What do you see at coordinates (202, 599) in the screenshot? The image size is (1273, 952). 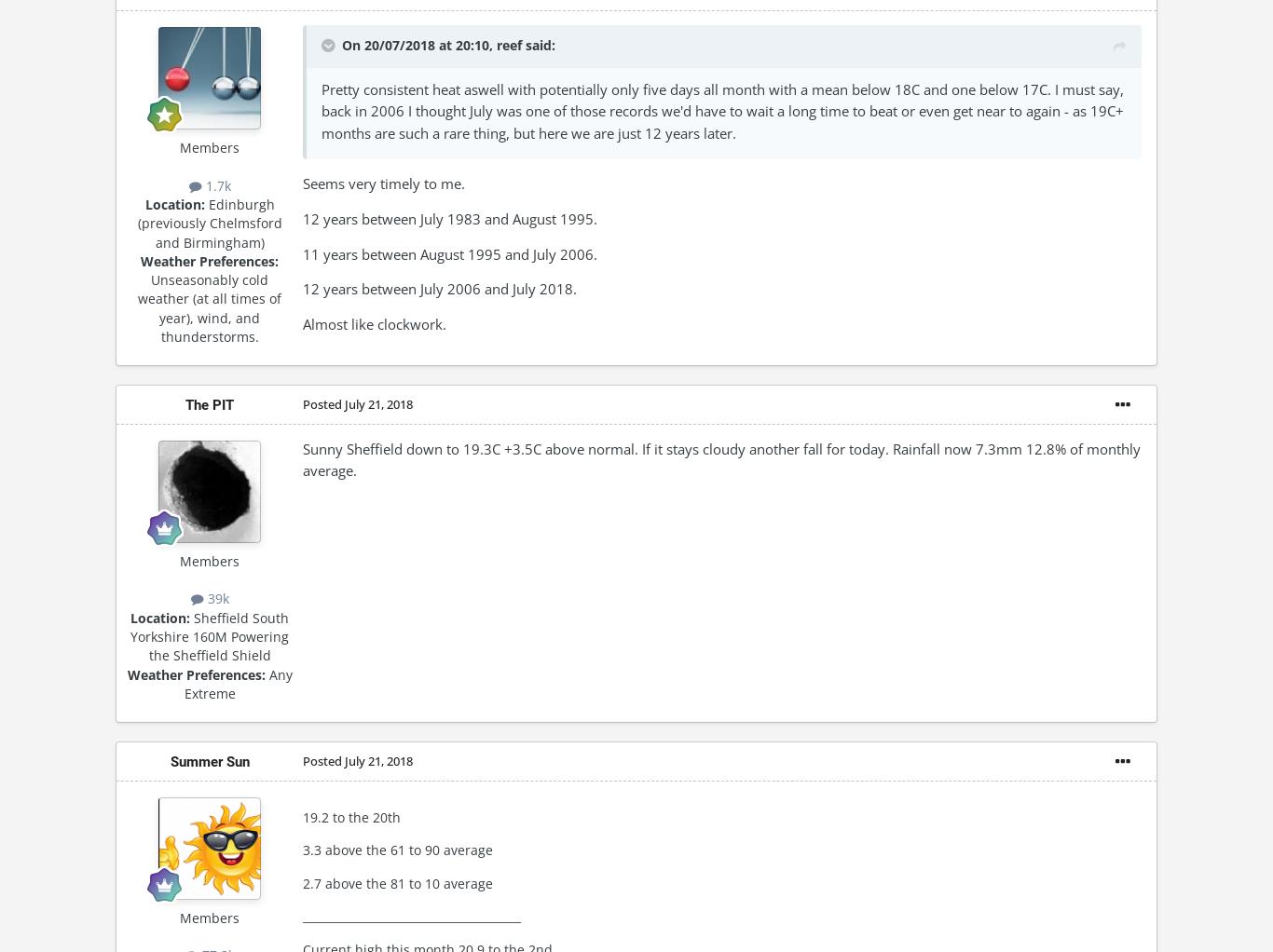 I see `'39k'` at bounding box center [202, 599].